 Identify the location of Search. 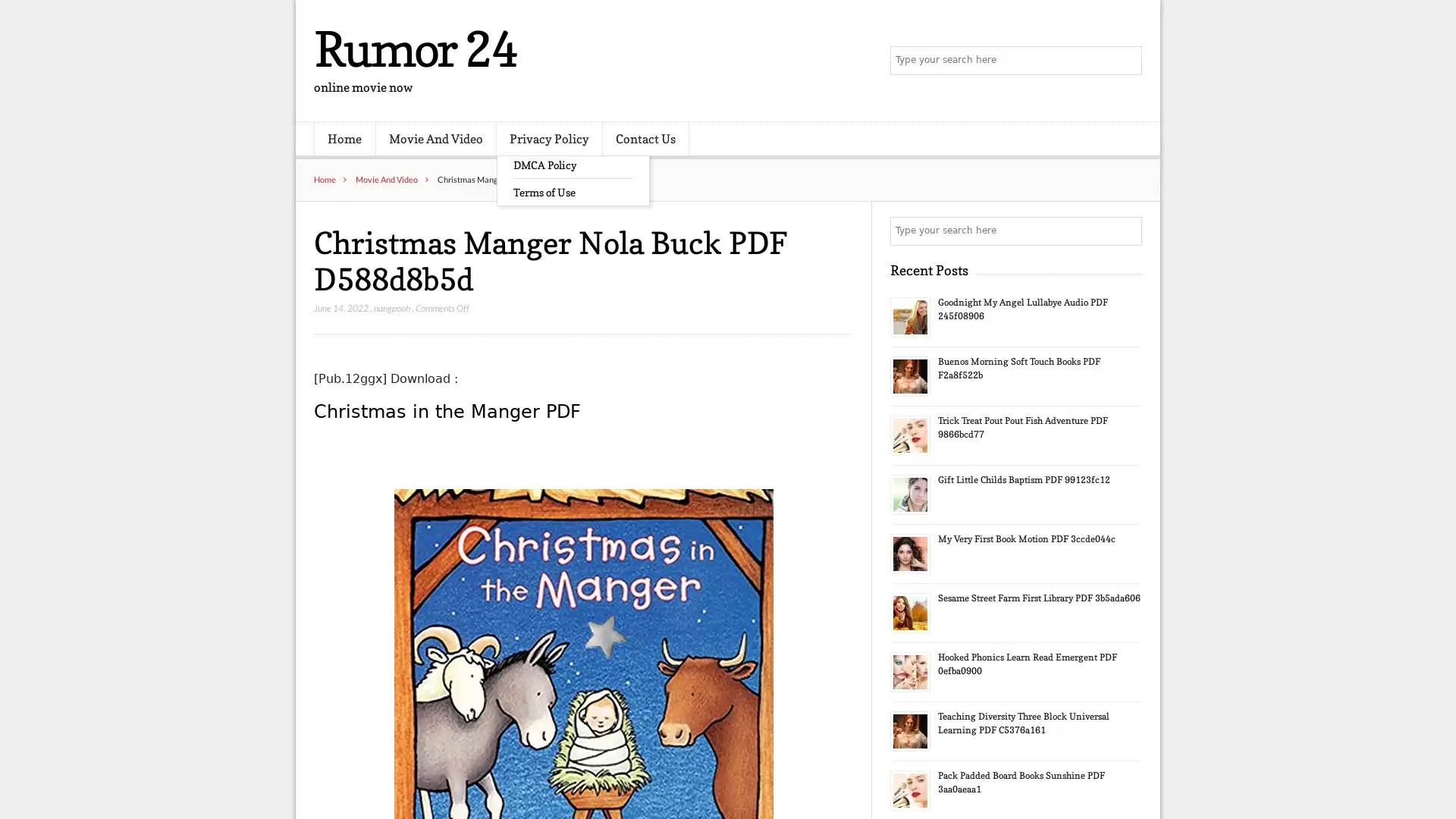
(1126, 61).